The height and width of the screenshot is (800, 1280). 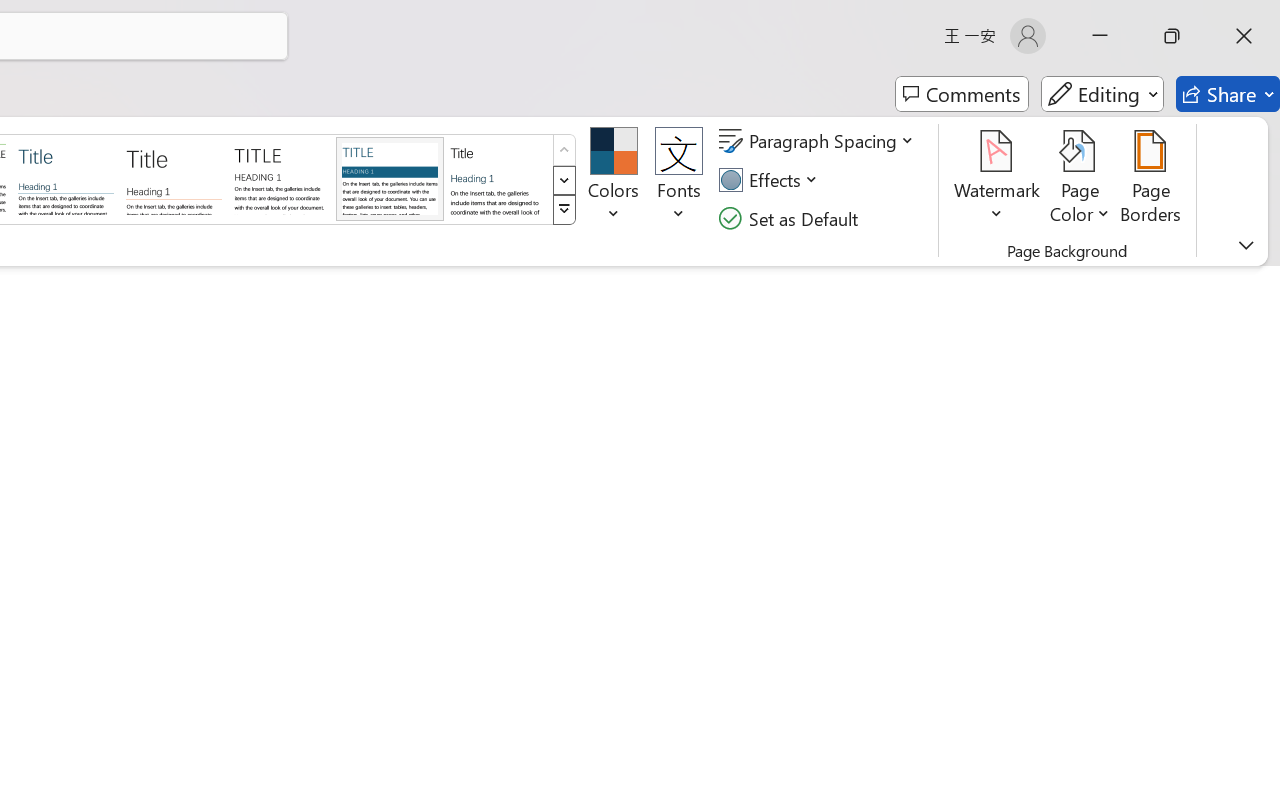 I want to click on 'Restore Down', so click(x=1172, y=35).